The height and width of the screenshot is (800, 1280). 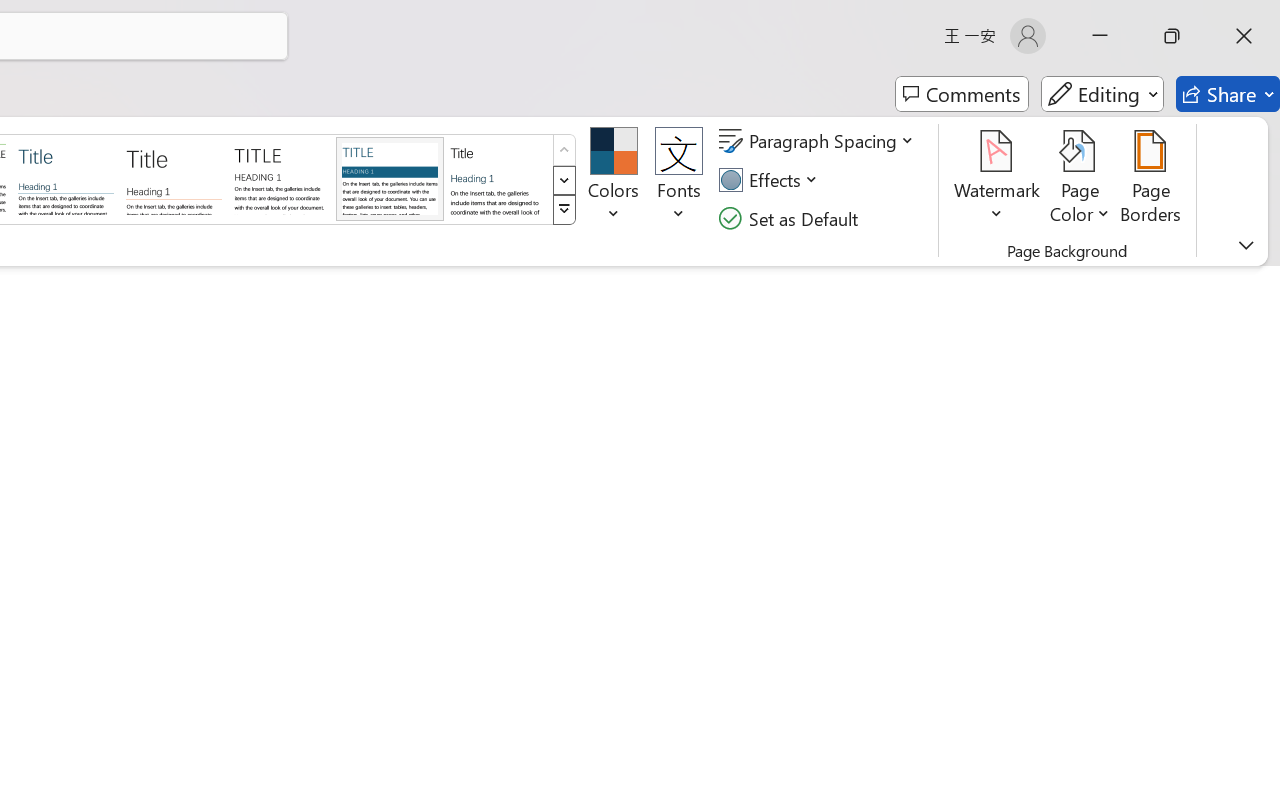 I want to click on 'Restore Down', so click(x=1172, y=35).